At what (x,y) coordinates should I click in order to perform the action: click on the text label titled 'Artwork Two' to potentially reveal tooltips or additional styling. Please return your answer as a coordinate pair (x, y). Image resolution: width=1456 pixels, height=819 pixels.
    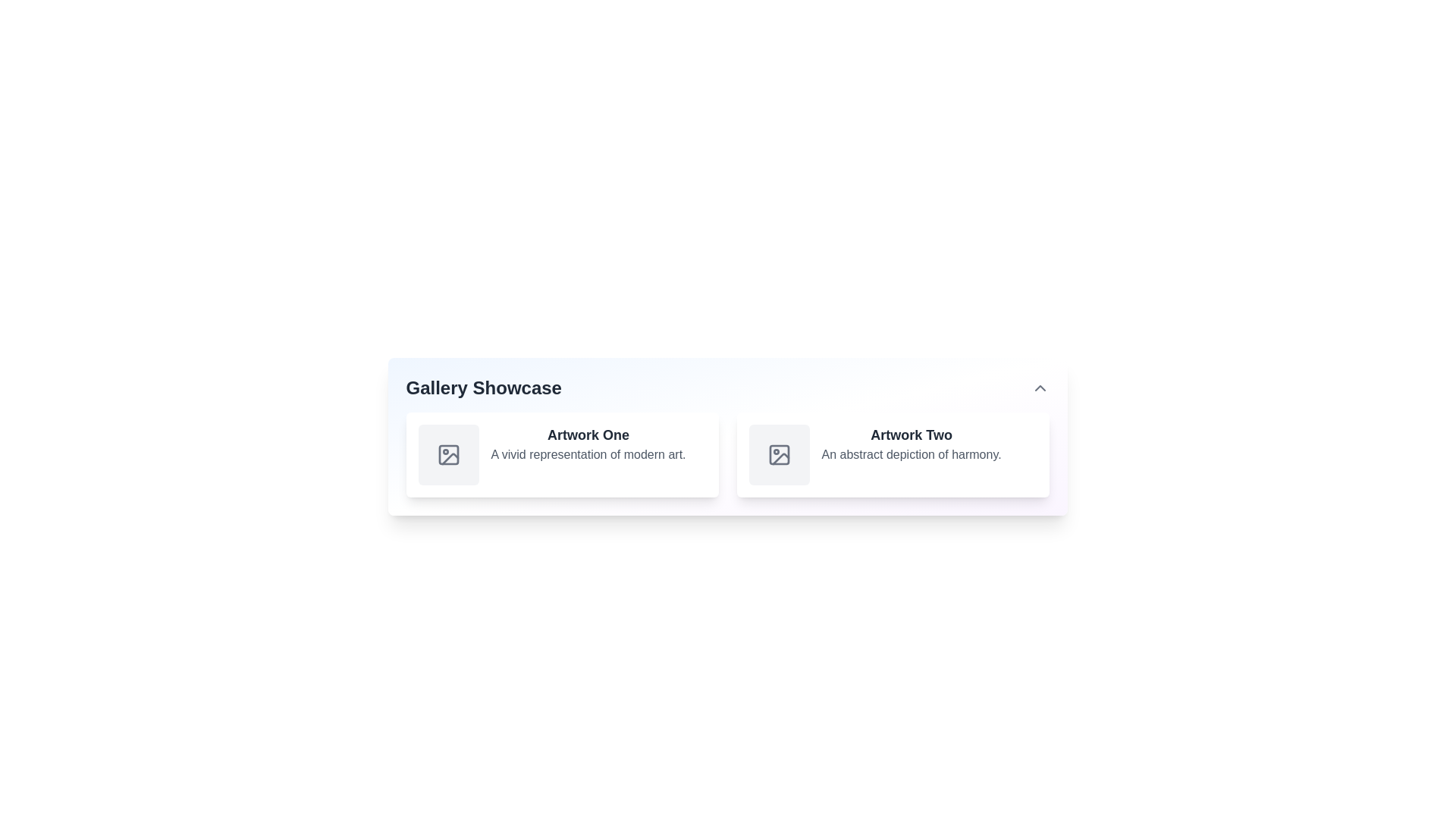
    Looking at the image, I should click on (911, 435).